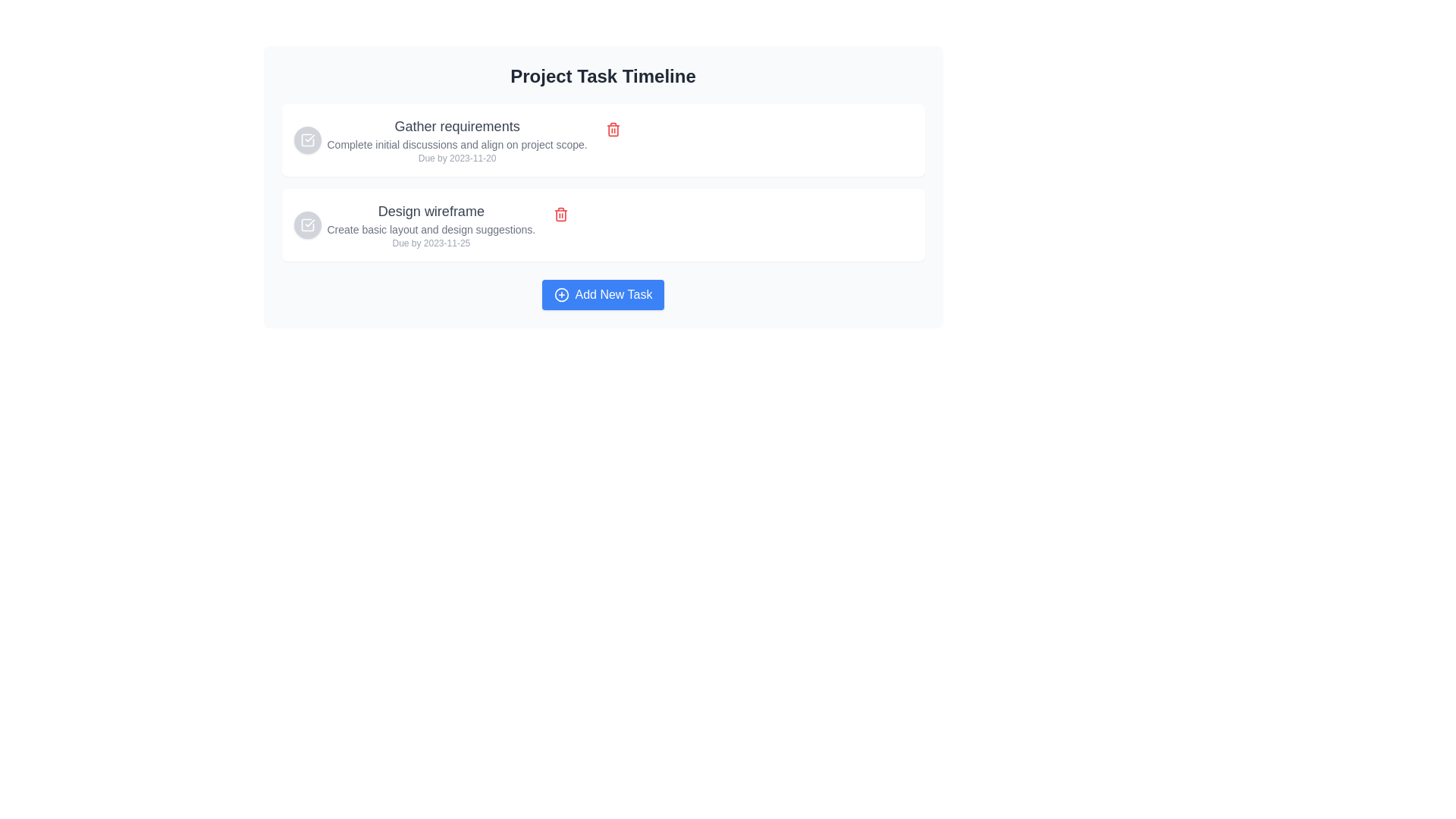 This screenshot has height=819, width=1456. Describe the element at coordinates (430, 242) in the screenshot. I see `the text label that informs the user of the deadline for the associated task, located at the bottom of the 'Design wireframe' task card, beneath the description text 'Create basic layout and design suggestions.'` at that location.